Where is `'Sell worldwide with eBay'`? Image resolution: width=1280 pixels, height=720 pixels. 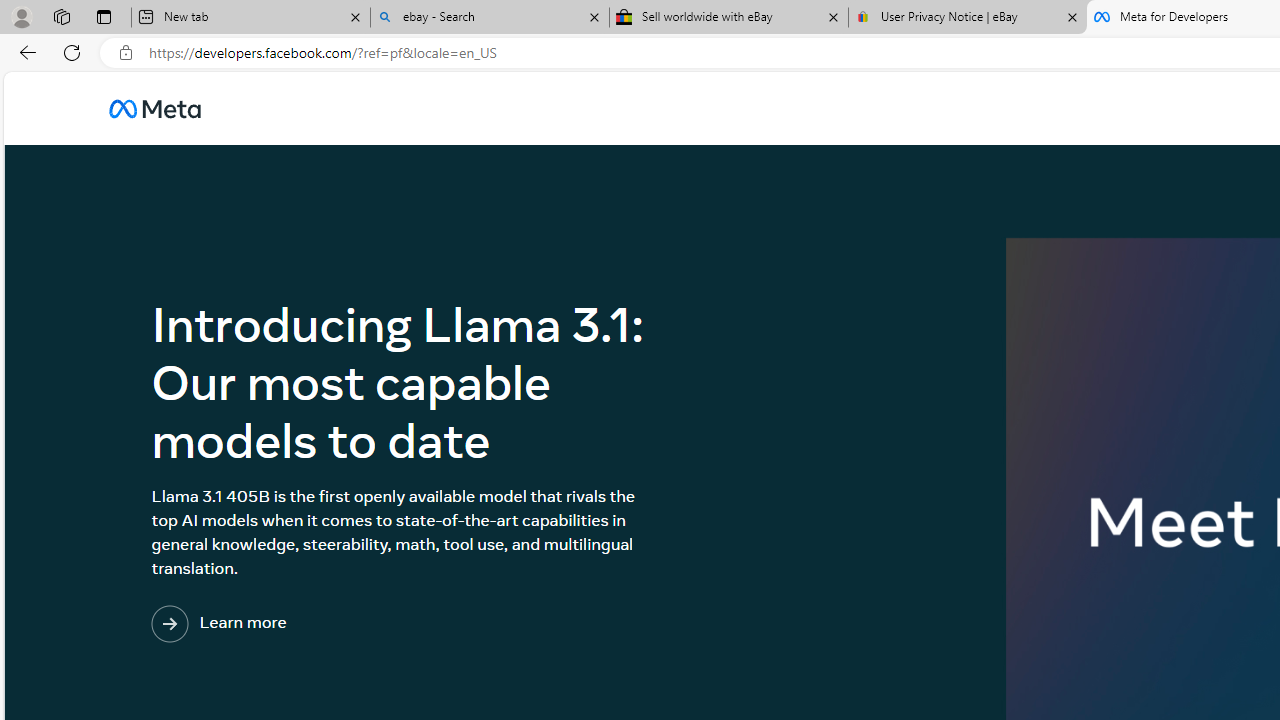
'Sell worldwide with eBay' is located at coordinates (728, 17).